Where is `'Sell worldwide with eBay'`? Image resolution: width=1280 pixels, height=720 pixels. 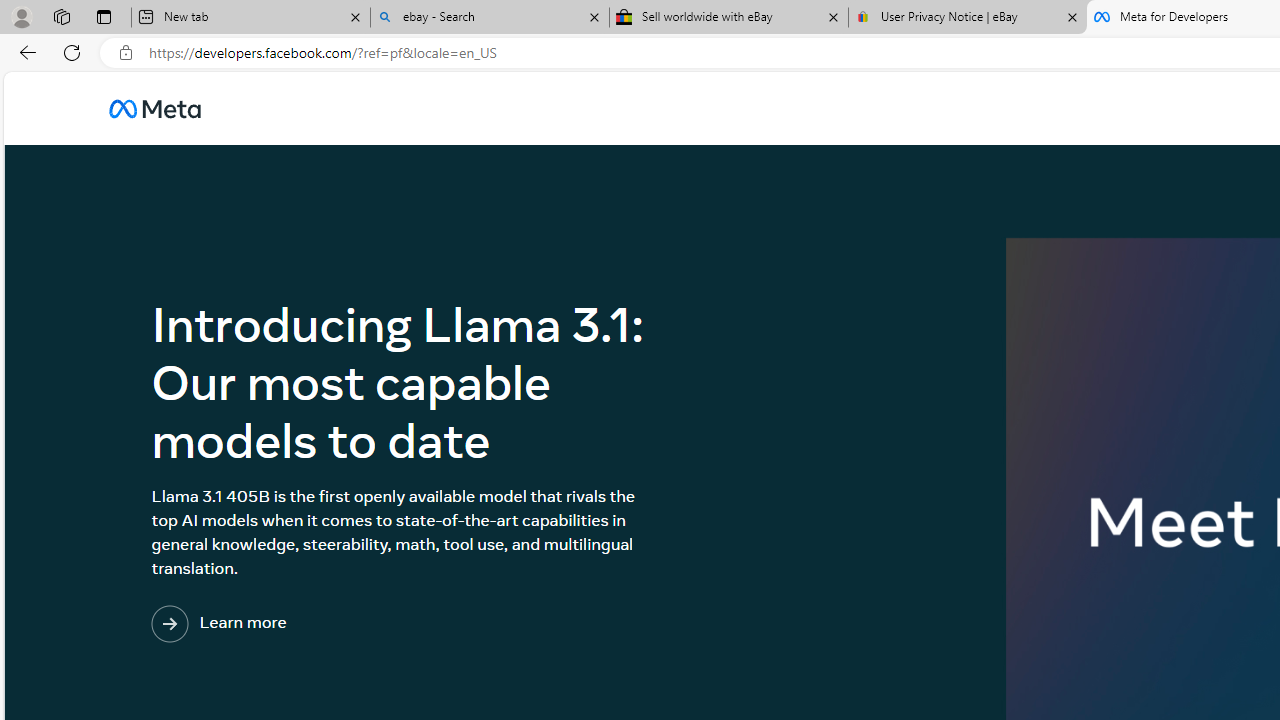
'Sell worldwide with eBay' is located at coordinates (728, 17).